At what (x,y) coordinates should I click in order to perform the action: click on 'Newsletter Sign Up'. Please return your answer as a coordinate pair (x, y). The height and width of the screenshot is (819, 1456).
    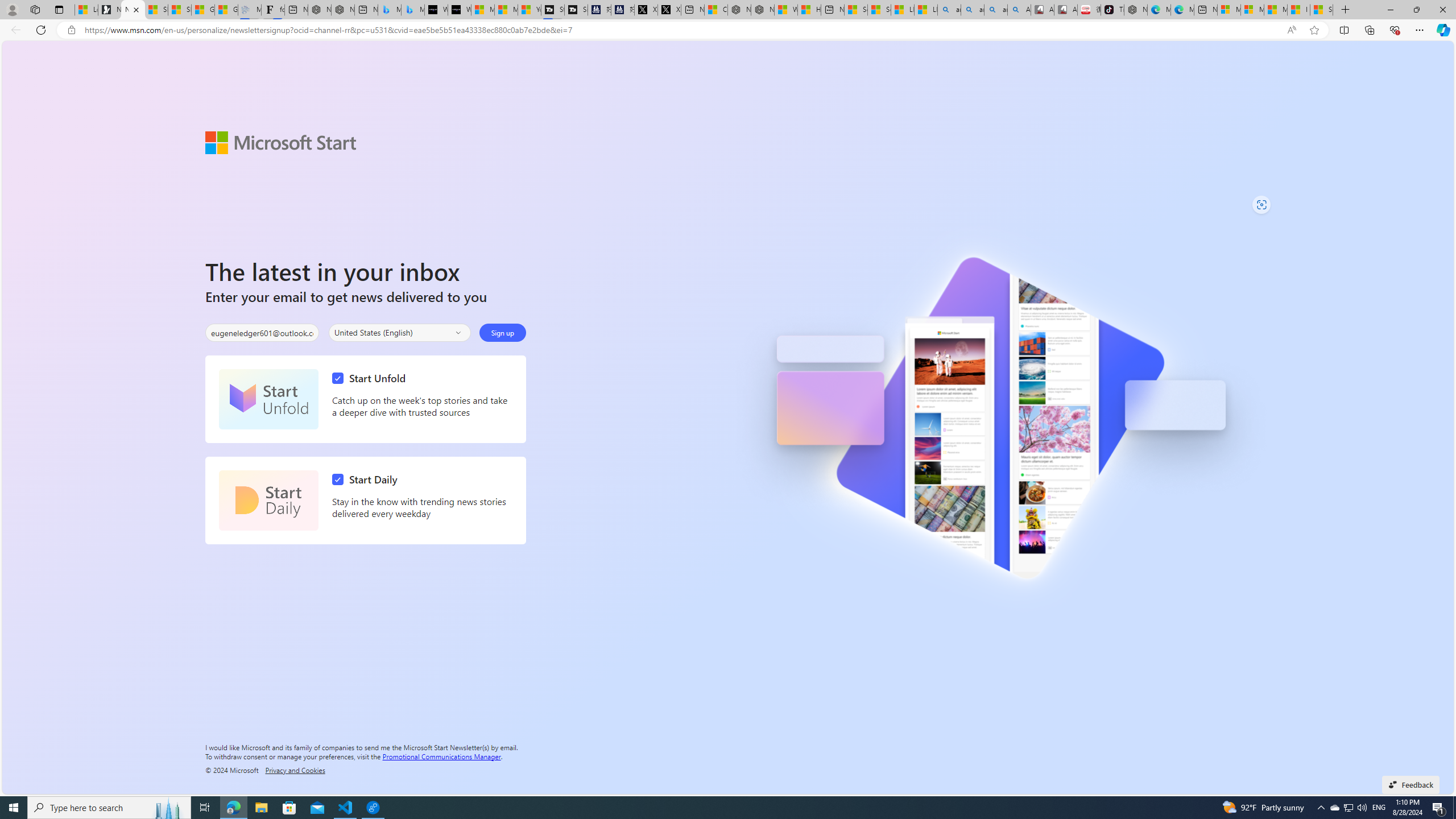
    Looking at the image, I should click on (133, 9).